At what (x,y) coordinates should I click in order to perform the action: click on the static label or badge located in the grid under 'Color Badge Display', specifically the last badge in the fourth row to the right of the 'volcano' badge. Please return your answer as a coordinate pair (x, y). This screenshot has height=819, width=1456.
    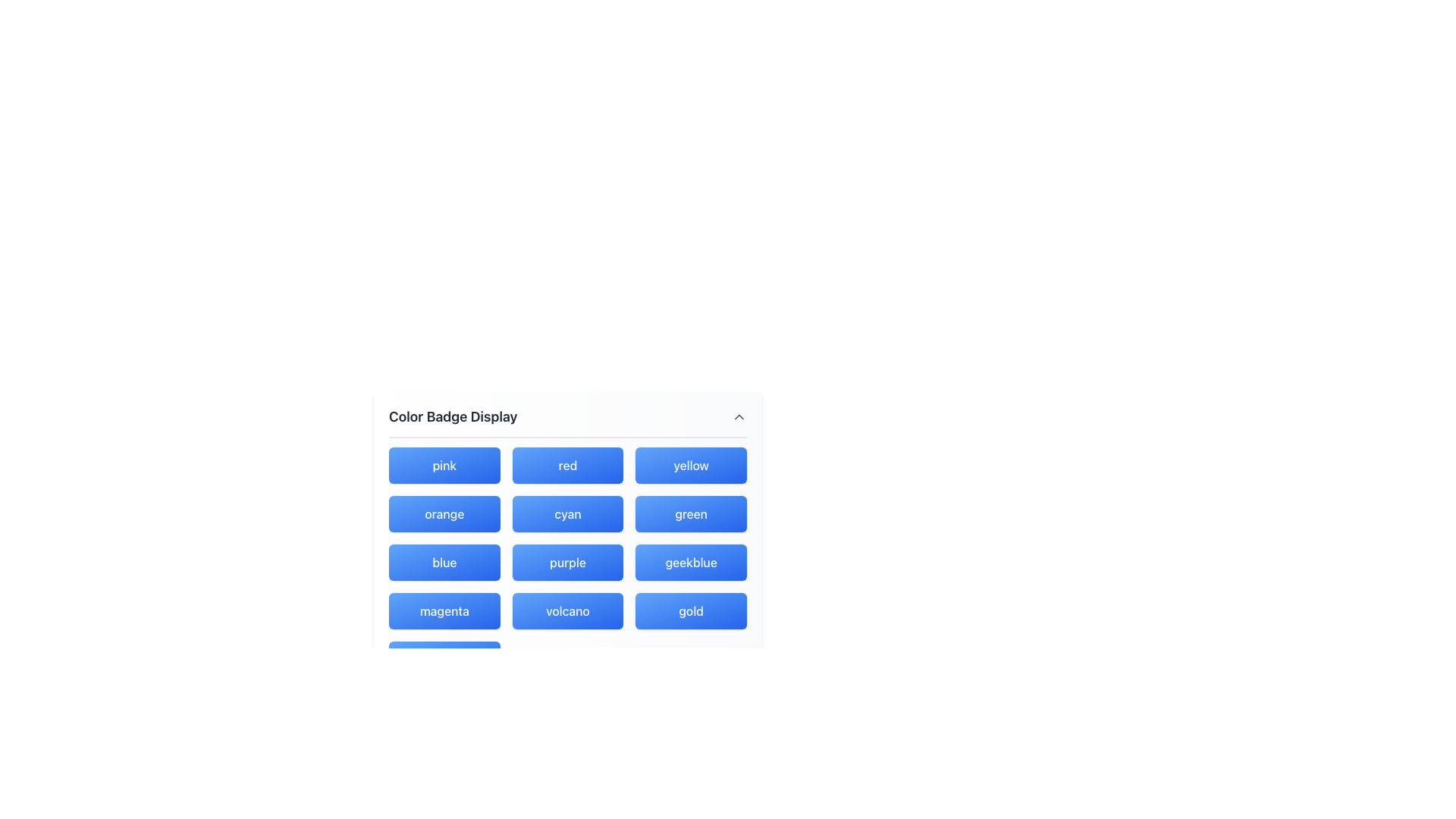
    Looking at the image, I should click on (690, 610).